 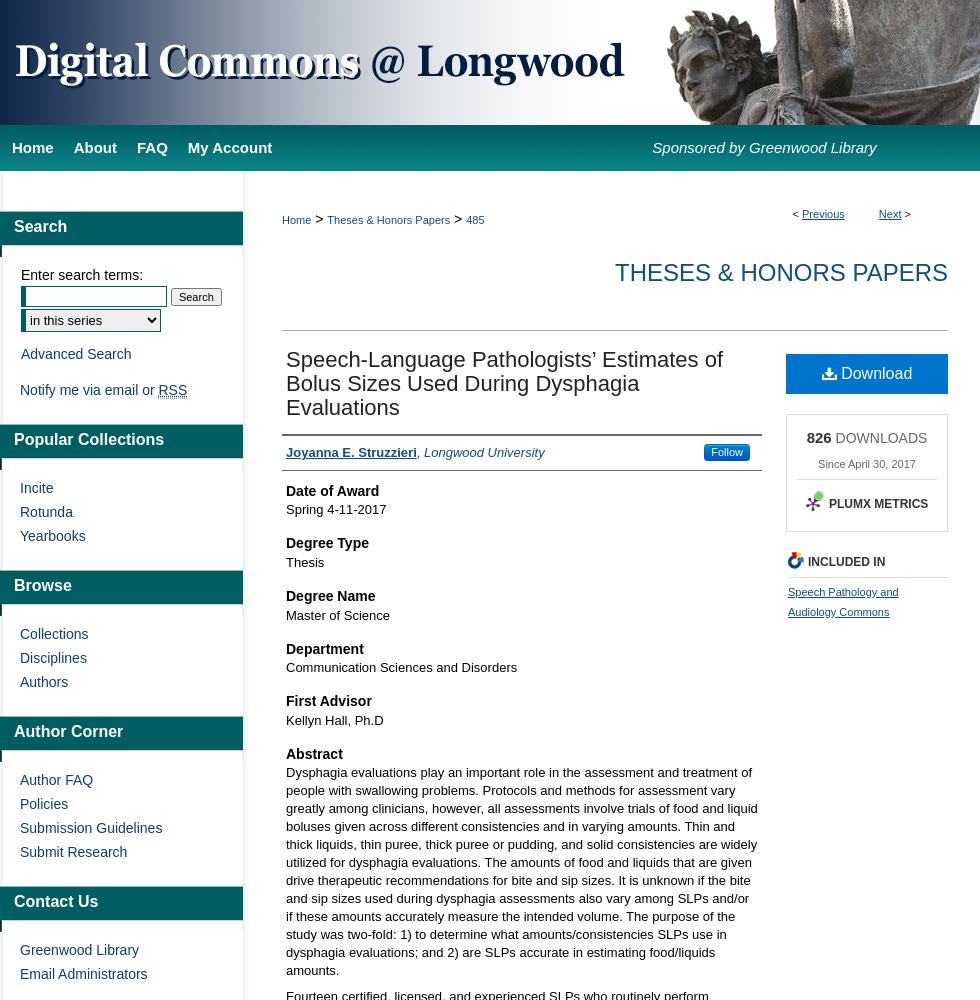 What do you see at coordinates (475, 219) in the screenshot?
I see `'485'` at bounding box center [475, 219].